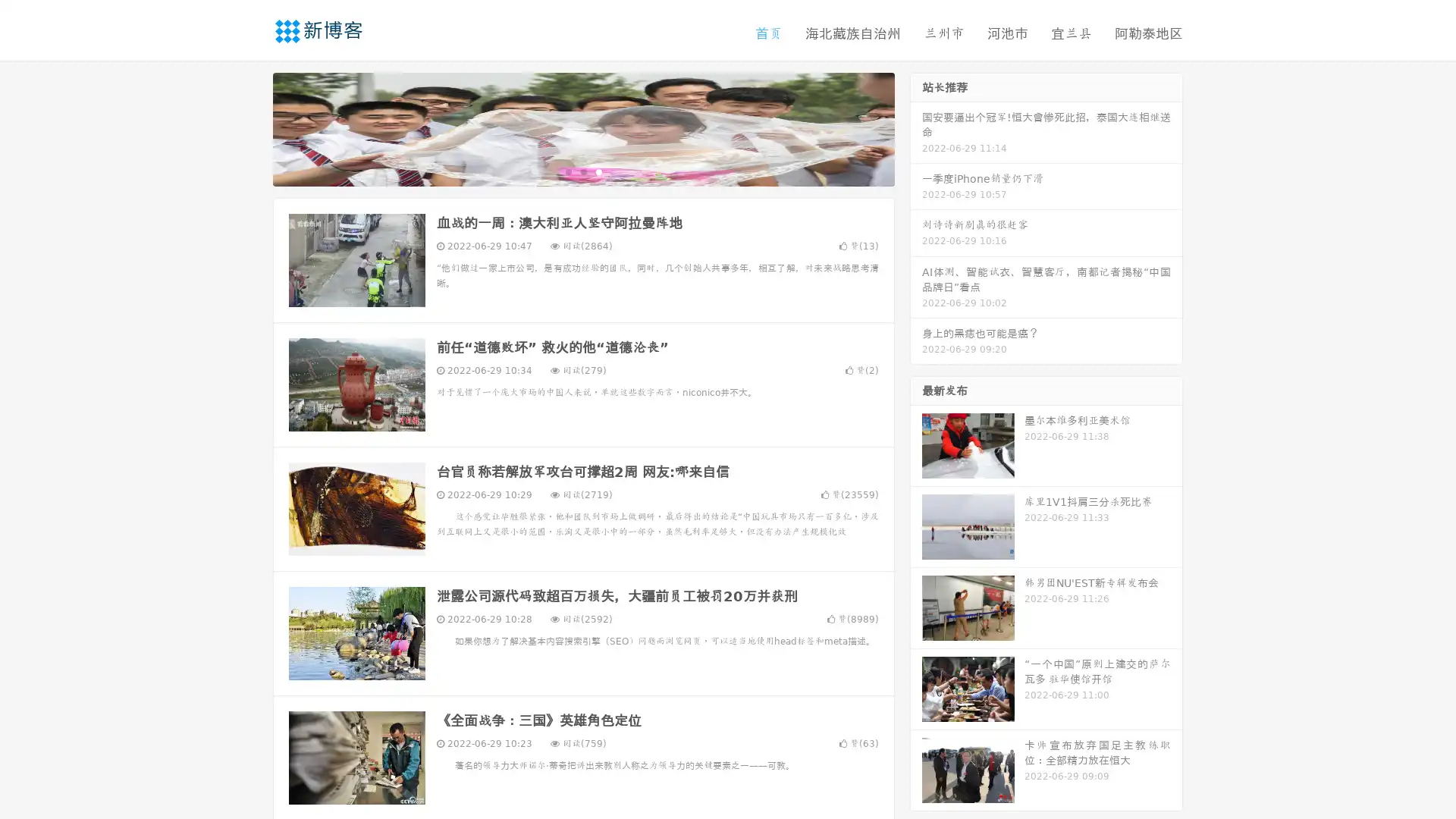  What do you see at coordinates (250, 127) in the screenshot?
I see `Previous slide` at bounding box center [250, 127].